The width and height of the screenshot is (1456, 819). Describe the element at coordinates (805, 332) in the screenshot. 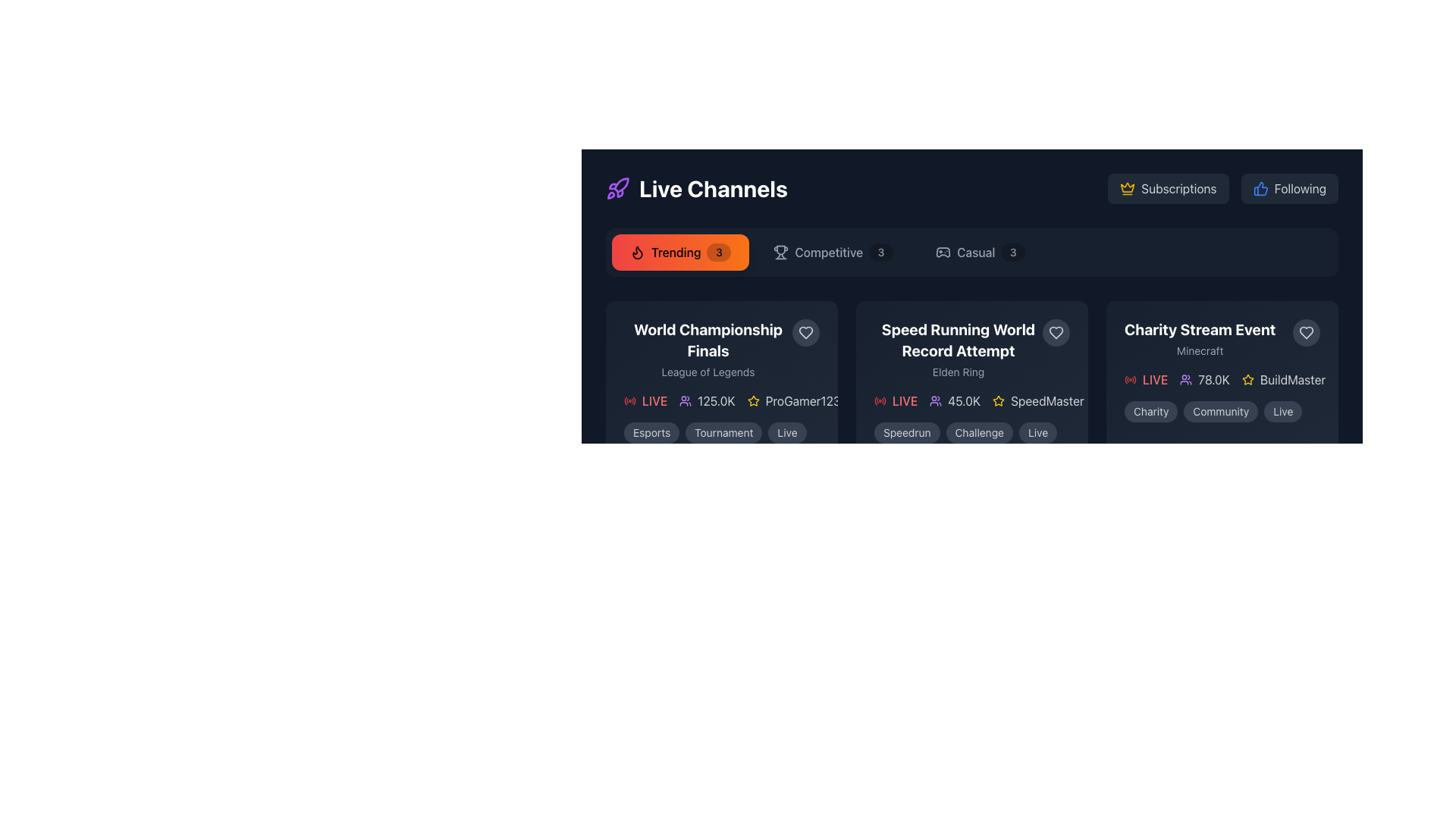

I see `the heart icon, which is a dark gray or black SVG graphic located at the top-right corner of the 'Speed Running World Record Attempt' channel card` at that location.